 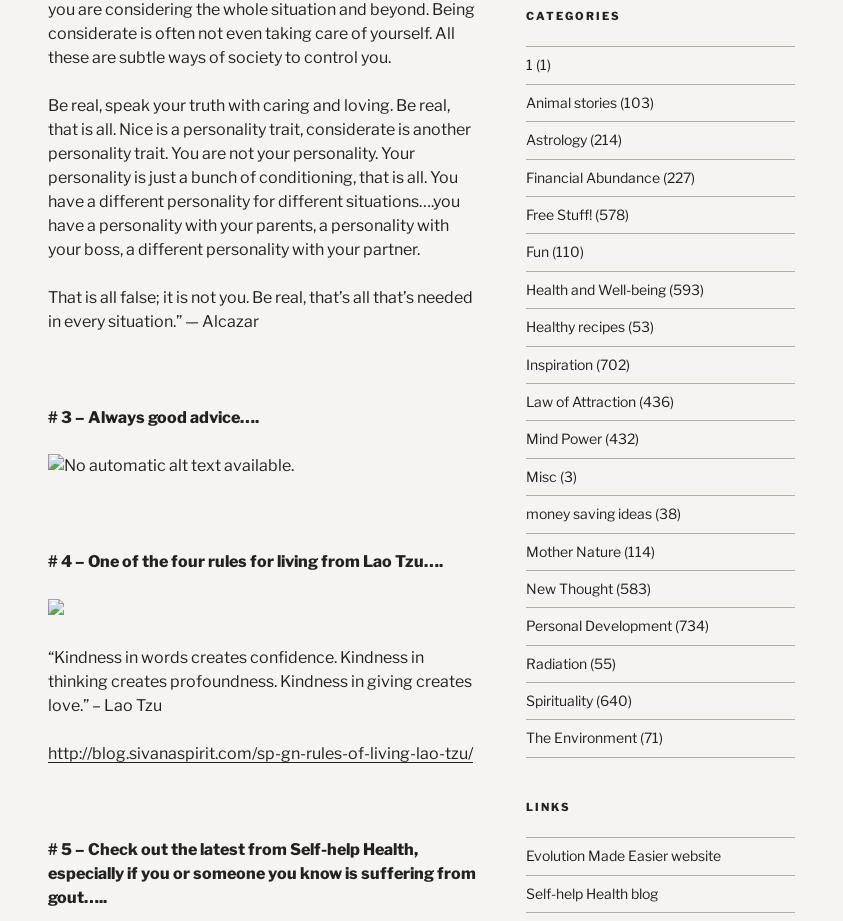 What do you see at coordinates (591, 700) in the screenshot?
I see `'(640)'` at bounding box center [591, 700].